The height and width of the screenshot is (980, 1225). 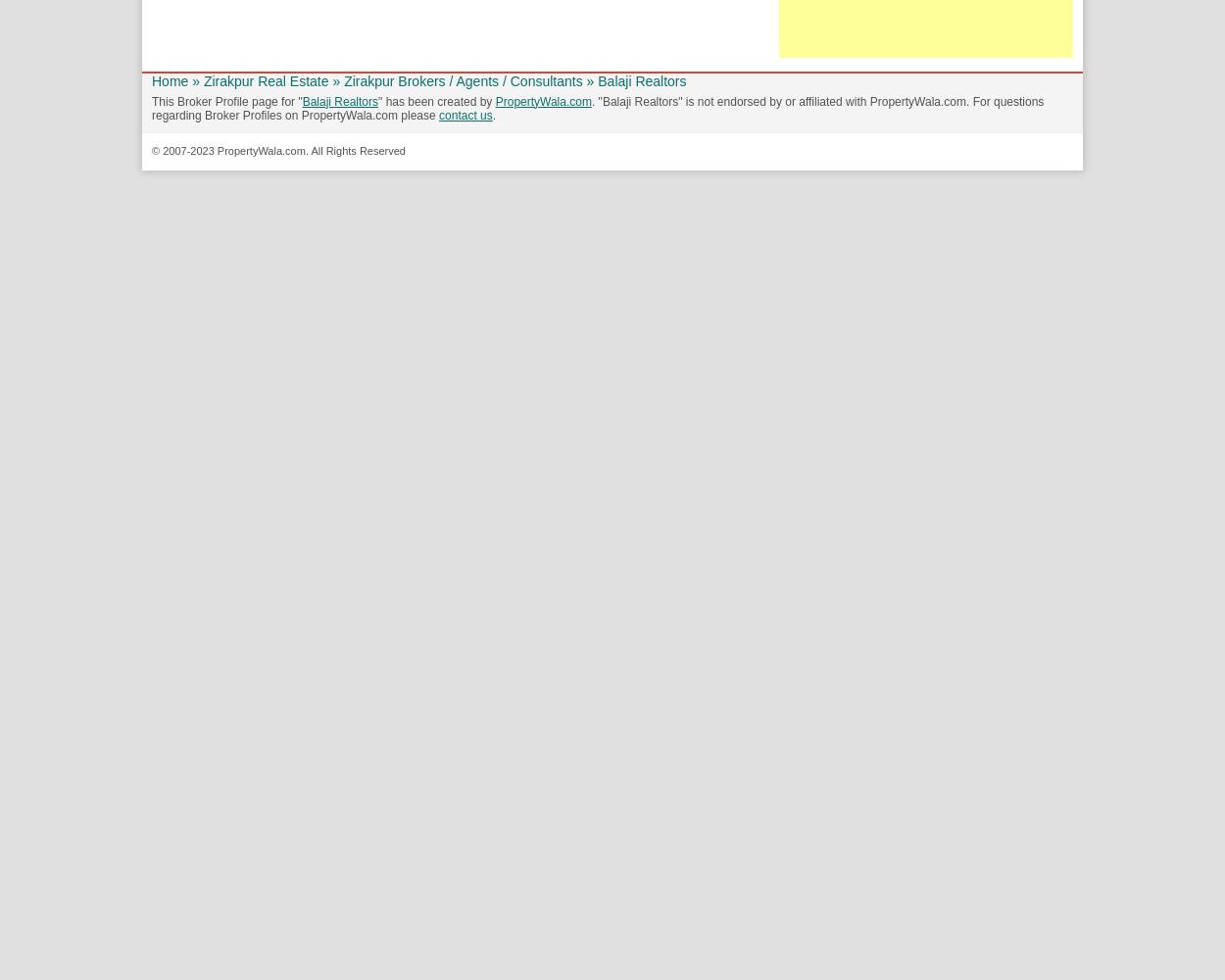 I want to click on 'Home', so click(x=170, y=79).